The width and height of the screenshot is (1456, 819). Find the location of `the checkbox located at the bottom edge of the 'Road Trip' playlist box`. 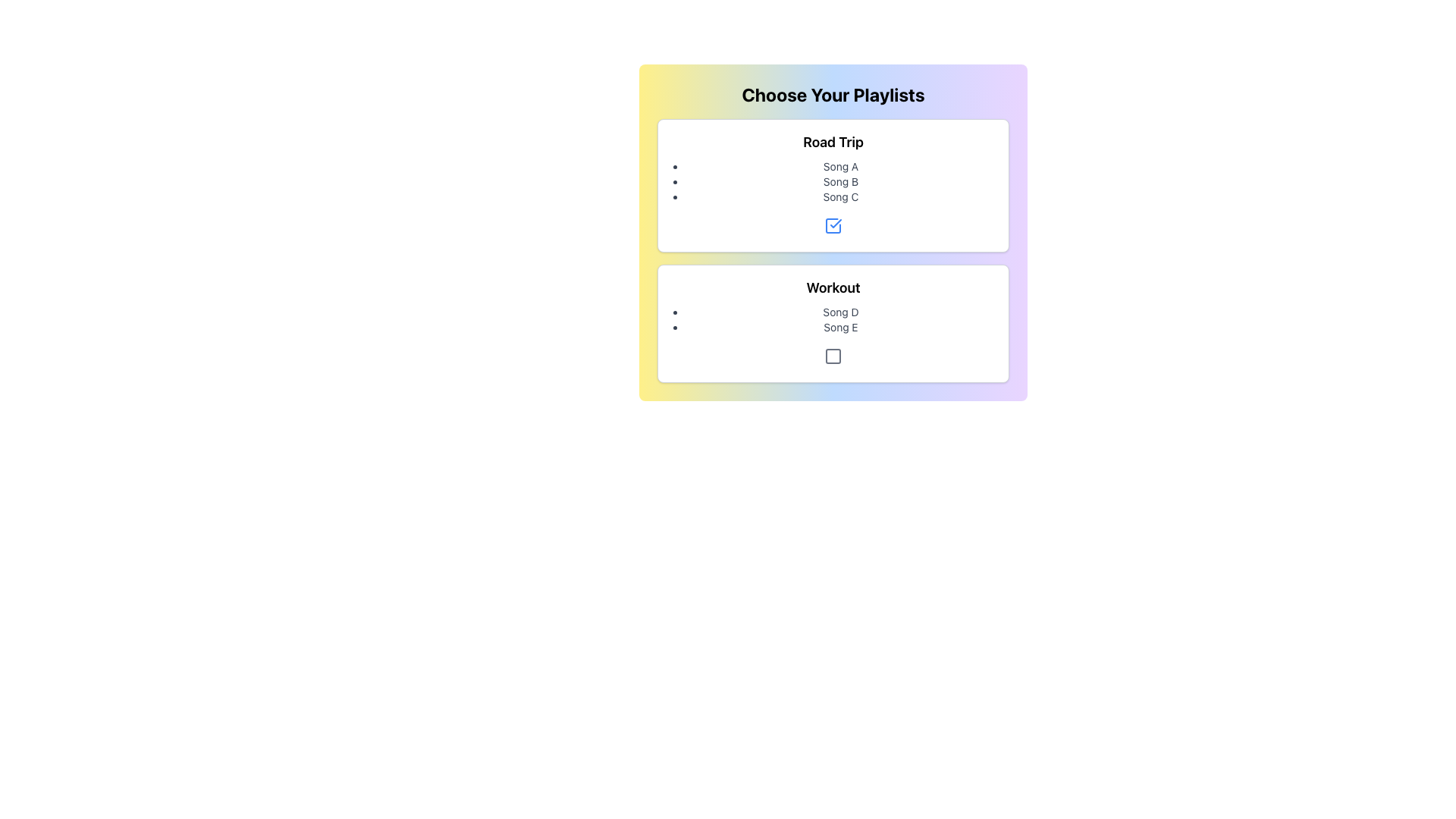

the checkbox located at the bottom edge of the 'Road Trip' playlist box is located at coordinates (833, 225).